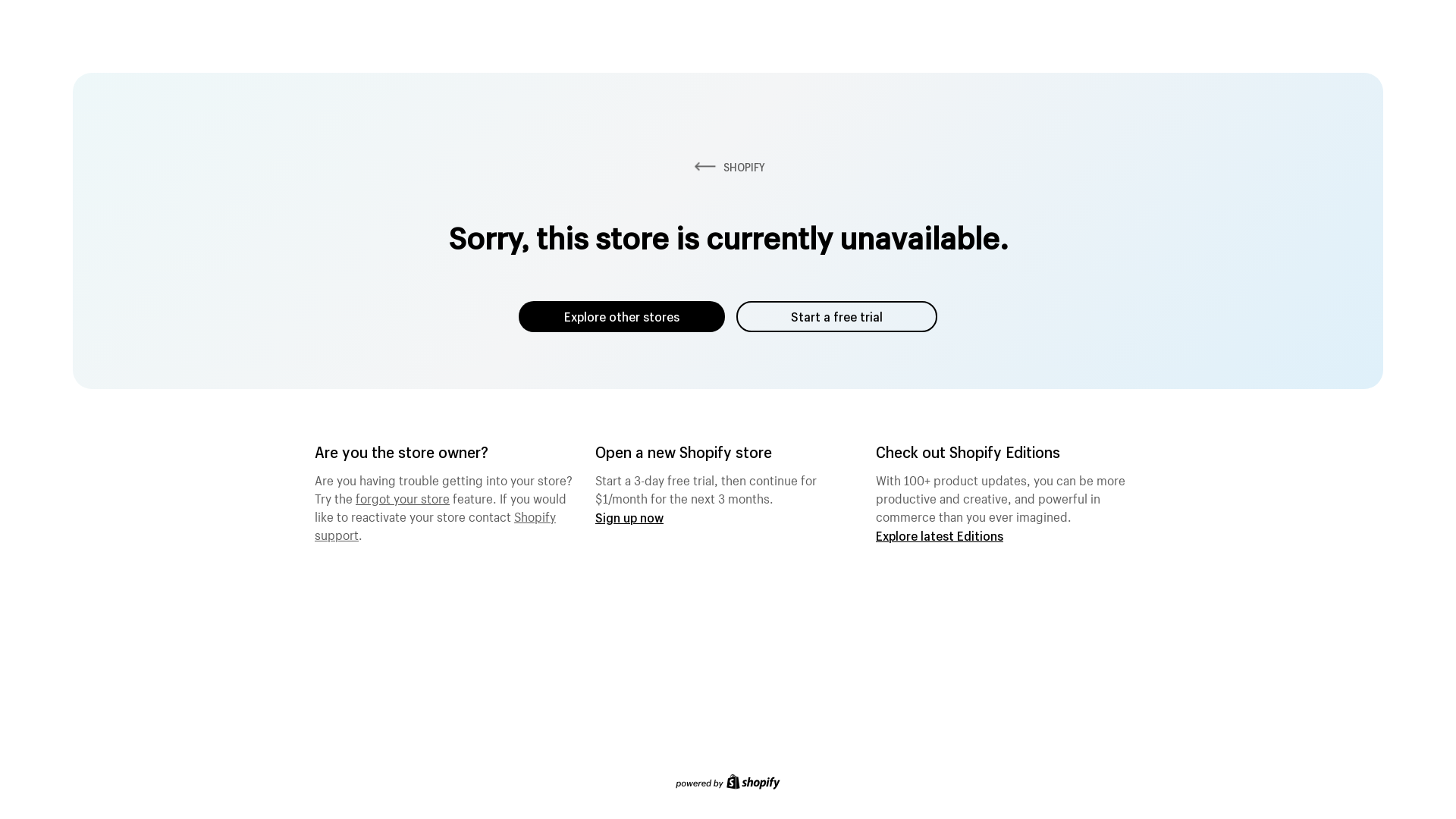 The image size is (1456, 819). I want to click on 'SHOPIFY', so click(728, 167).